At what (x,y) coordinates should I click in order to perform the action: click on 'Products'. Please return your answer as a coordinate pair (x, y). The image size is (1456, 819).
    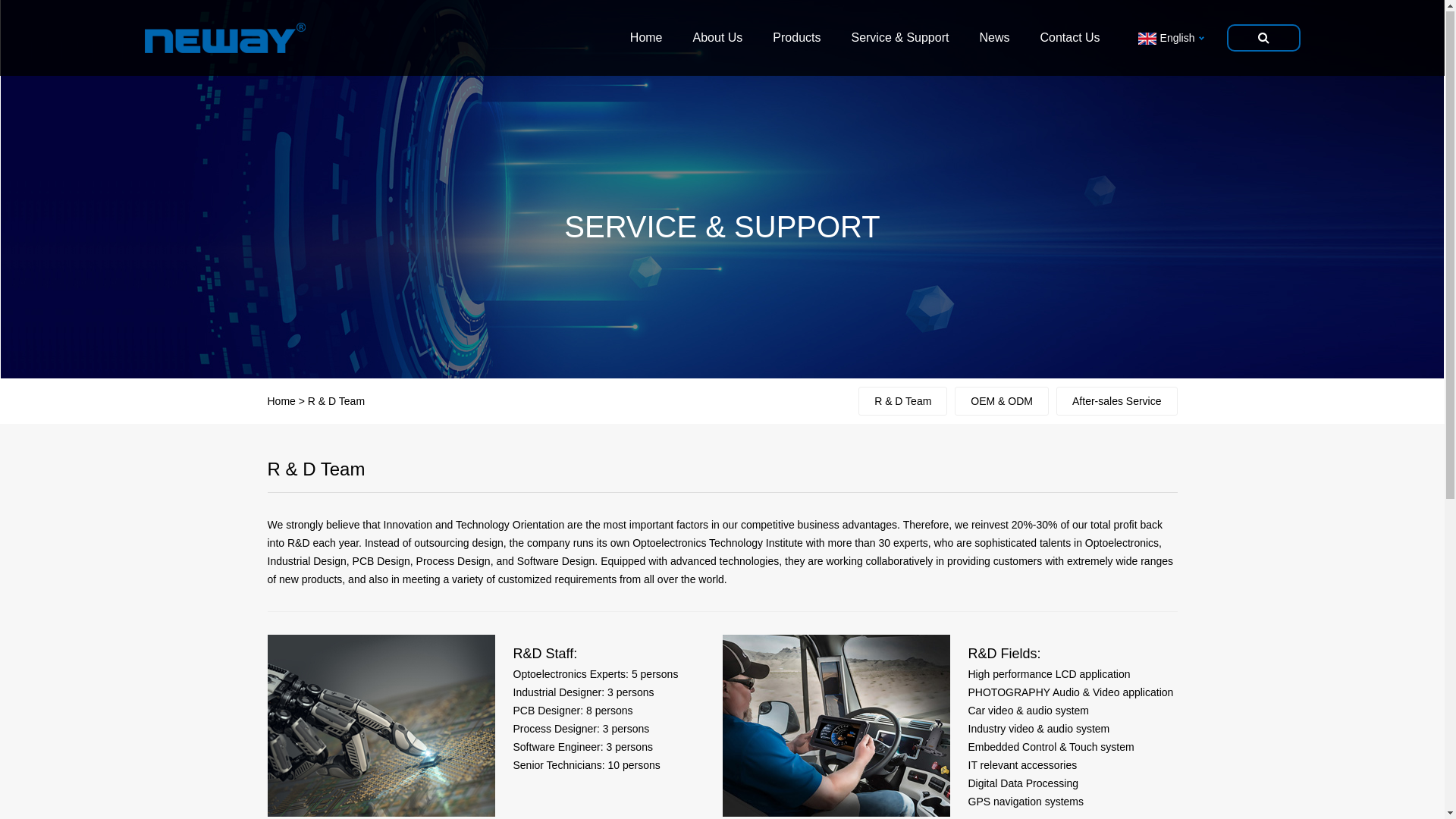
    Looking at the image, I should click on (795, 37).